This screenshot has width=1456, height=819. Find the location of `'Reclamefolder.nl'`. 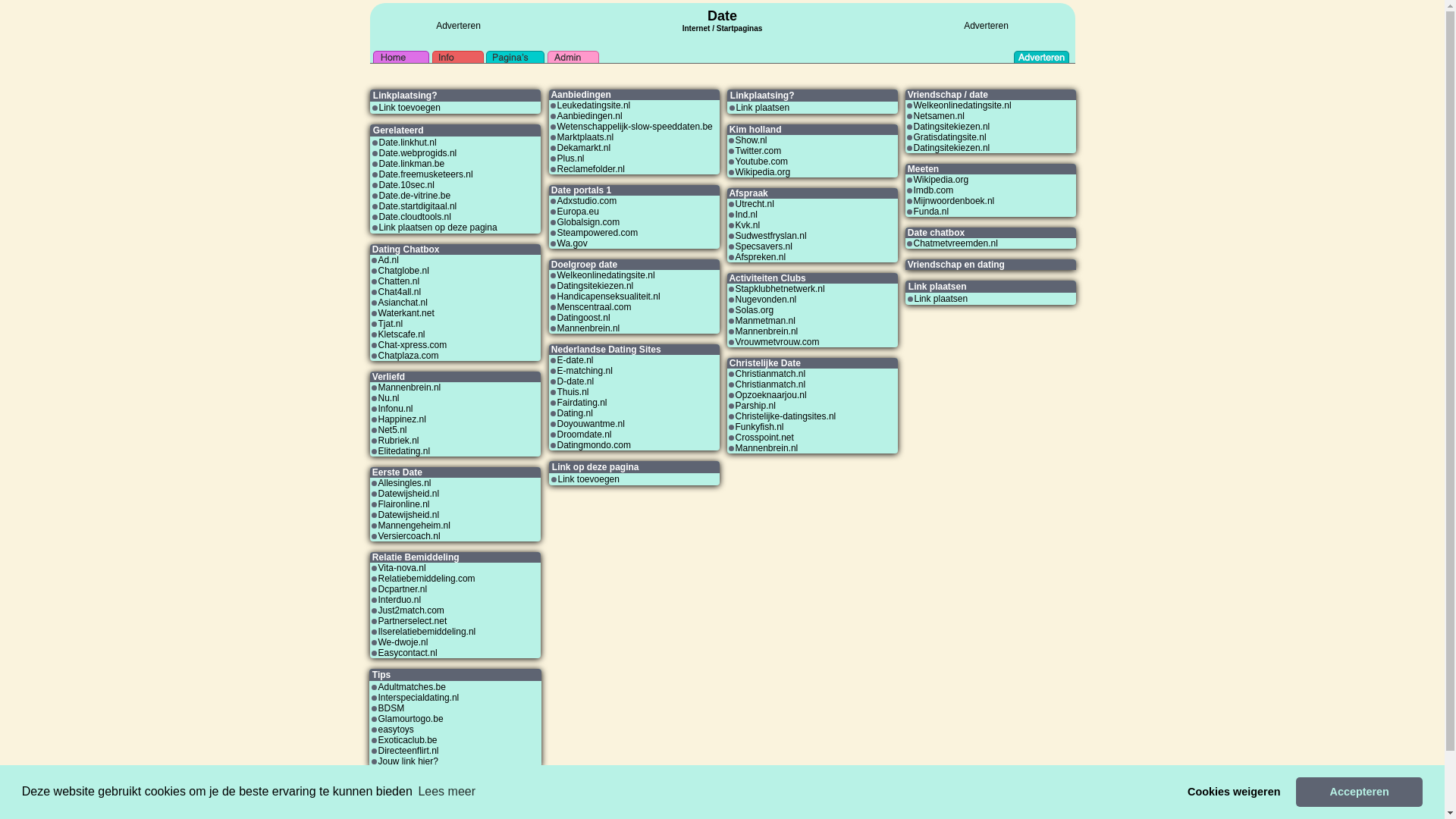

'Reclamefolder.nl' is located at coordinates (589, 169).